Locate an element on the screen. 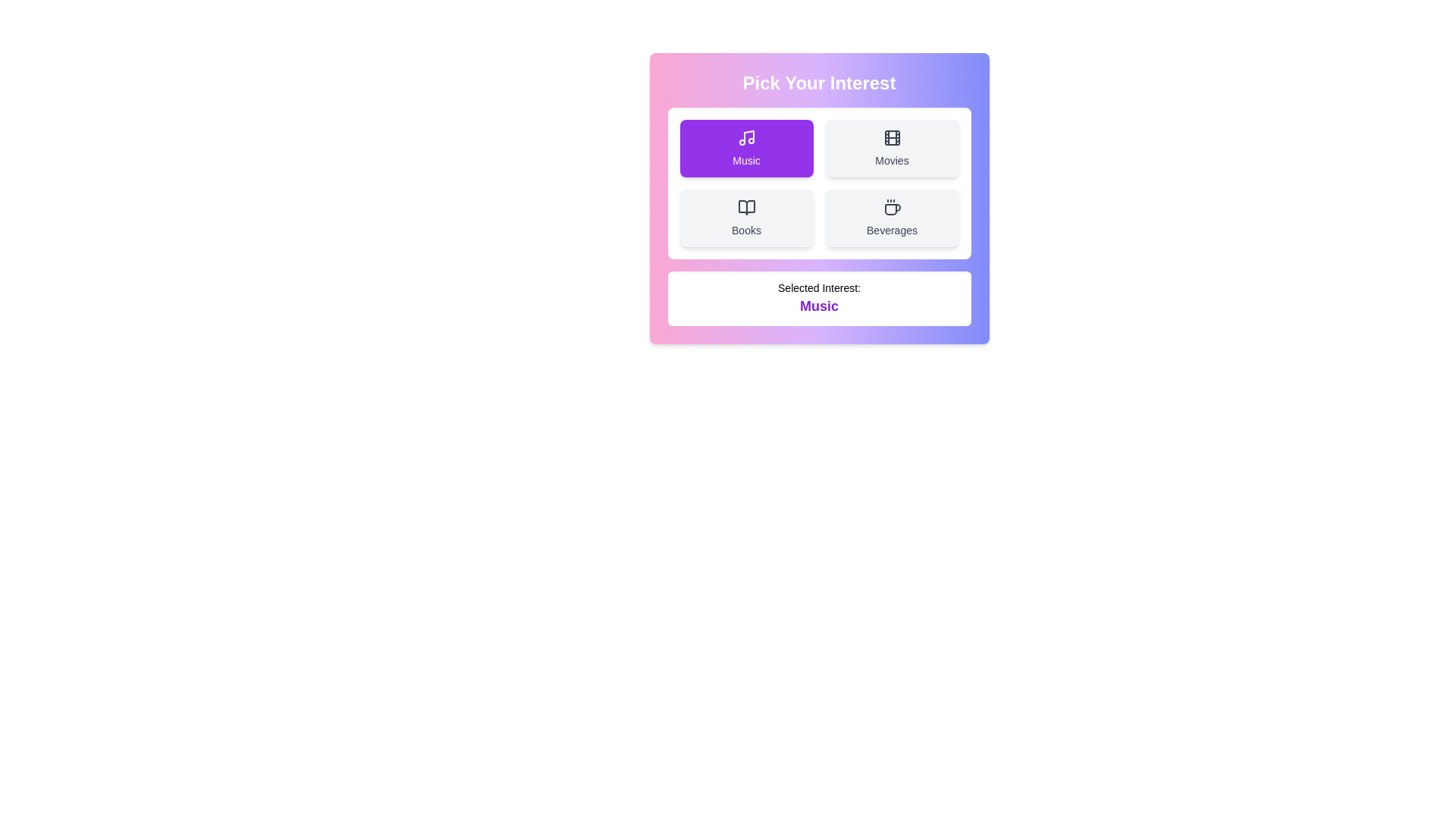  the button labeled 'Books' to observe the hover effect is located at coordinates (746, 218).